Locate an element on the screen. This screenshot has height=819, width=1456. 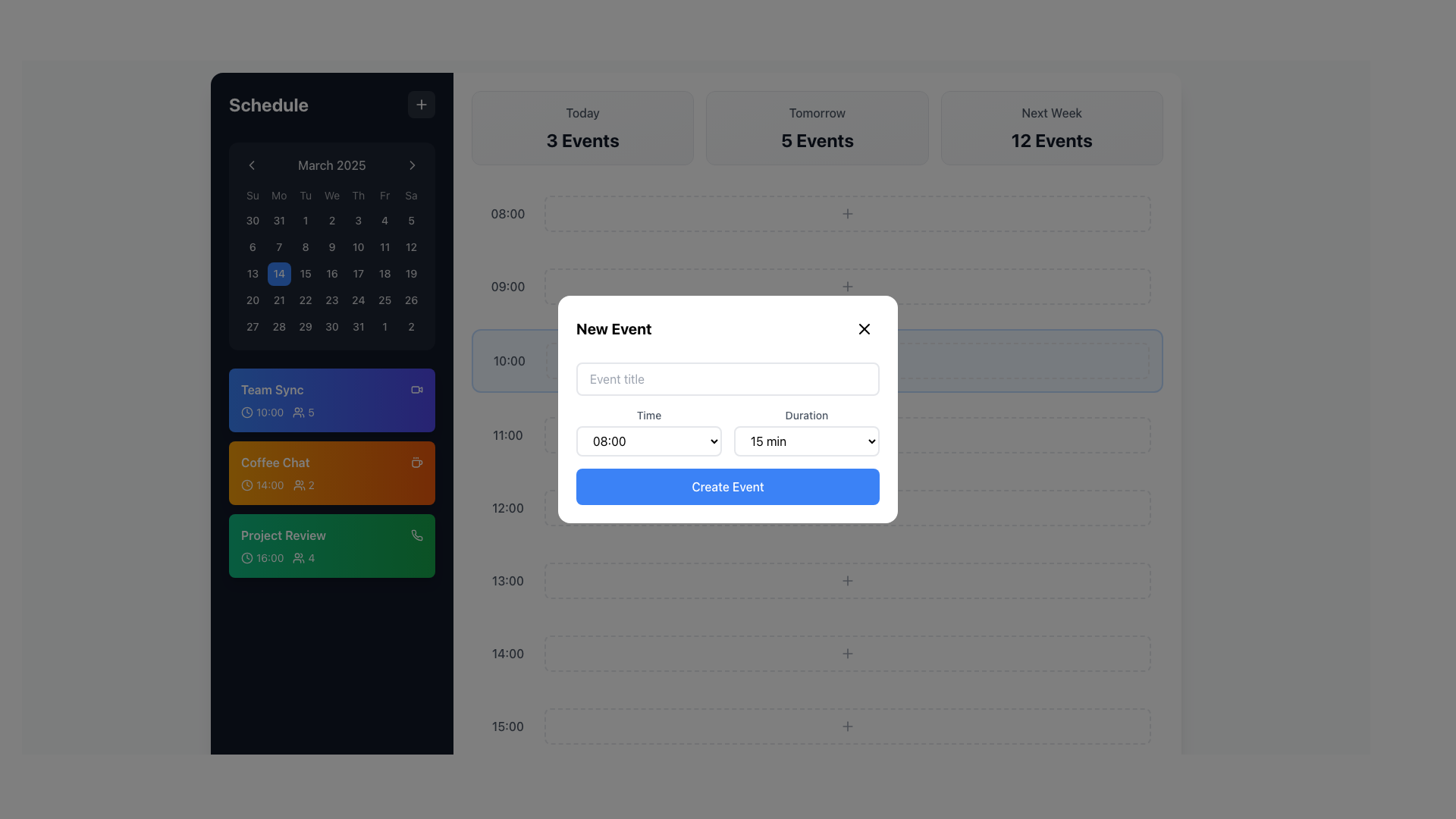
the text label indicating '12 Events' scheduled for 'Next Week', which is located within the third card of a horizontal list is located at coordinates (1051, 140).